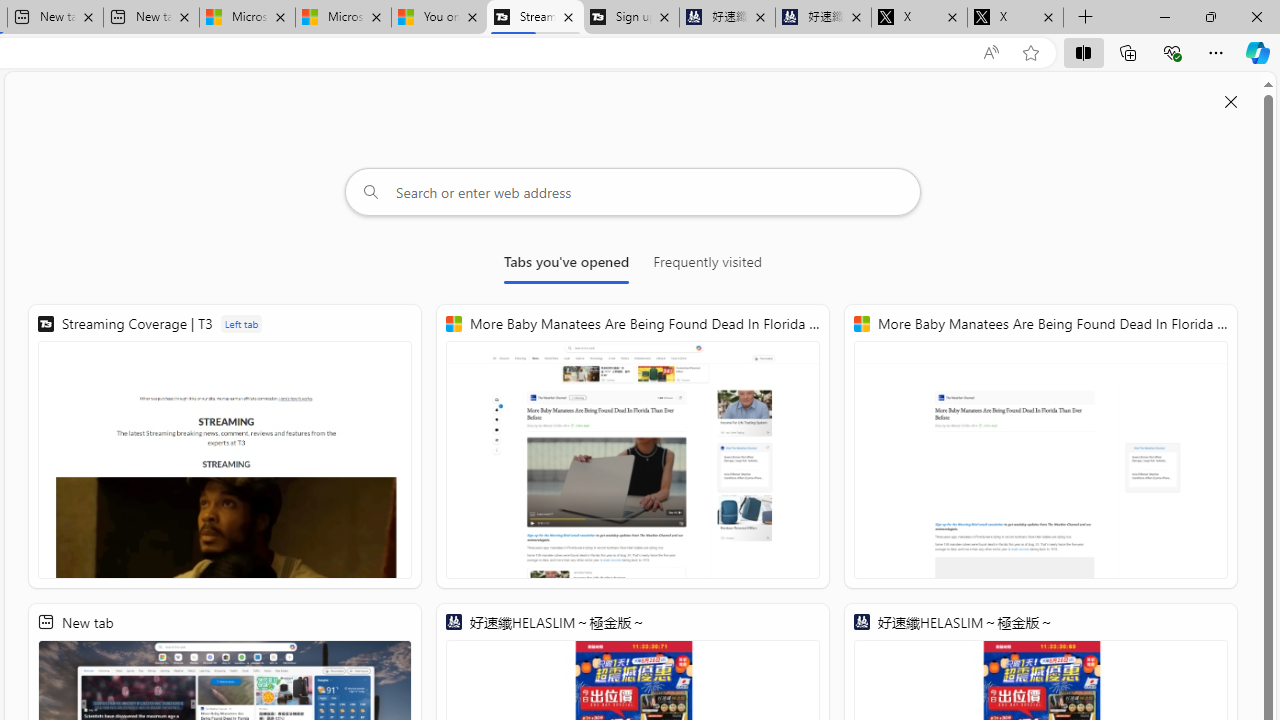 Image resolution: width=1280 pixels, height=720 pixels. I want to click on 'Frequently visited', so click(707, 265).